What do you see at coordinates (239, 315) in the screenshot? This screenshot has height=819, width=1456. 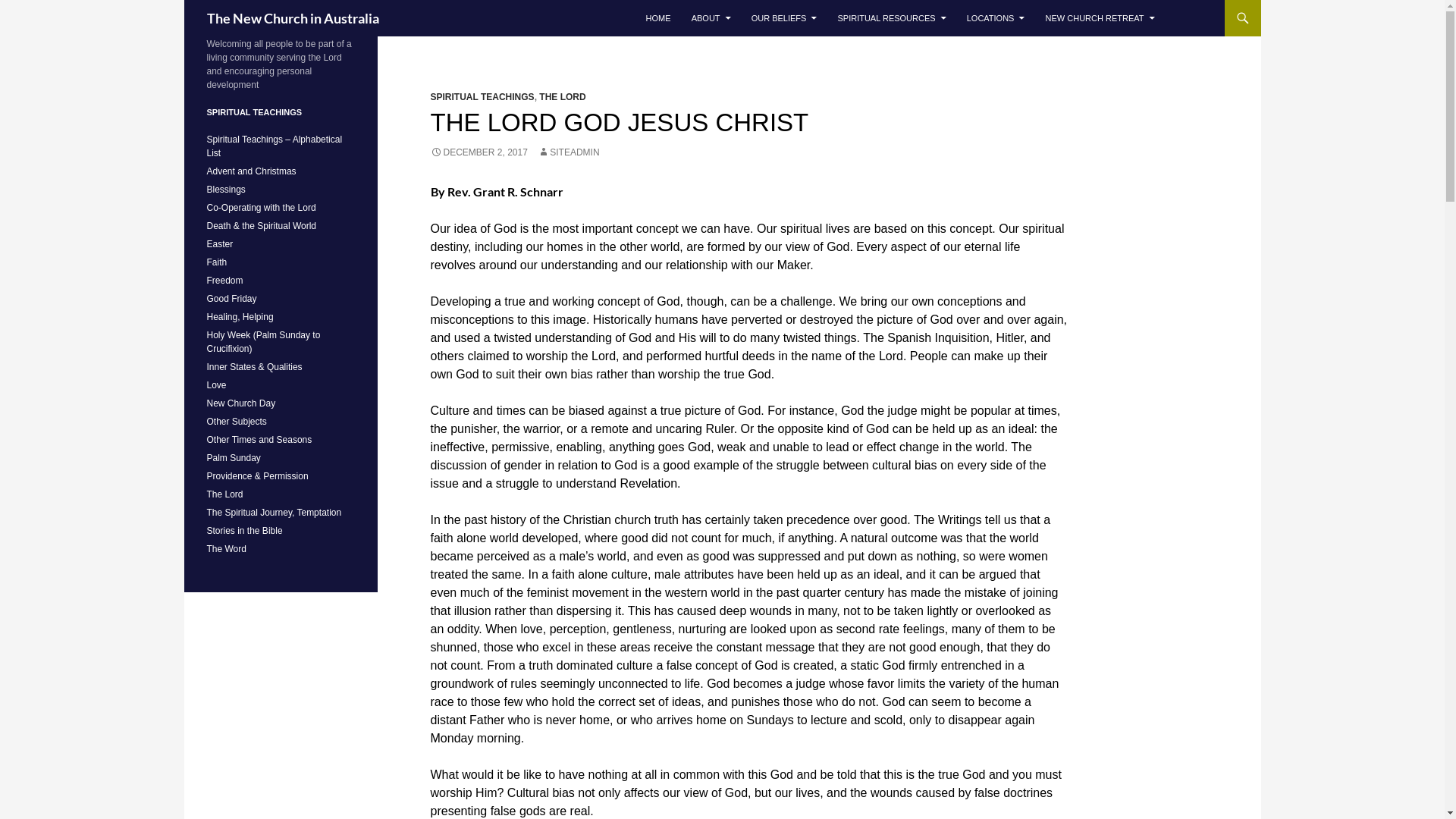 I see `'Healing, Helping'` at bounding box center [239, 315].